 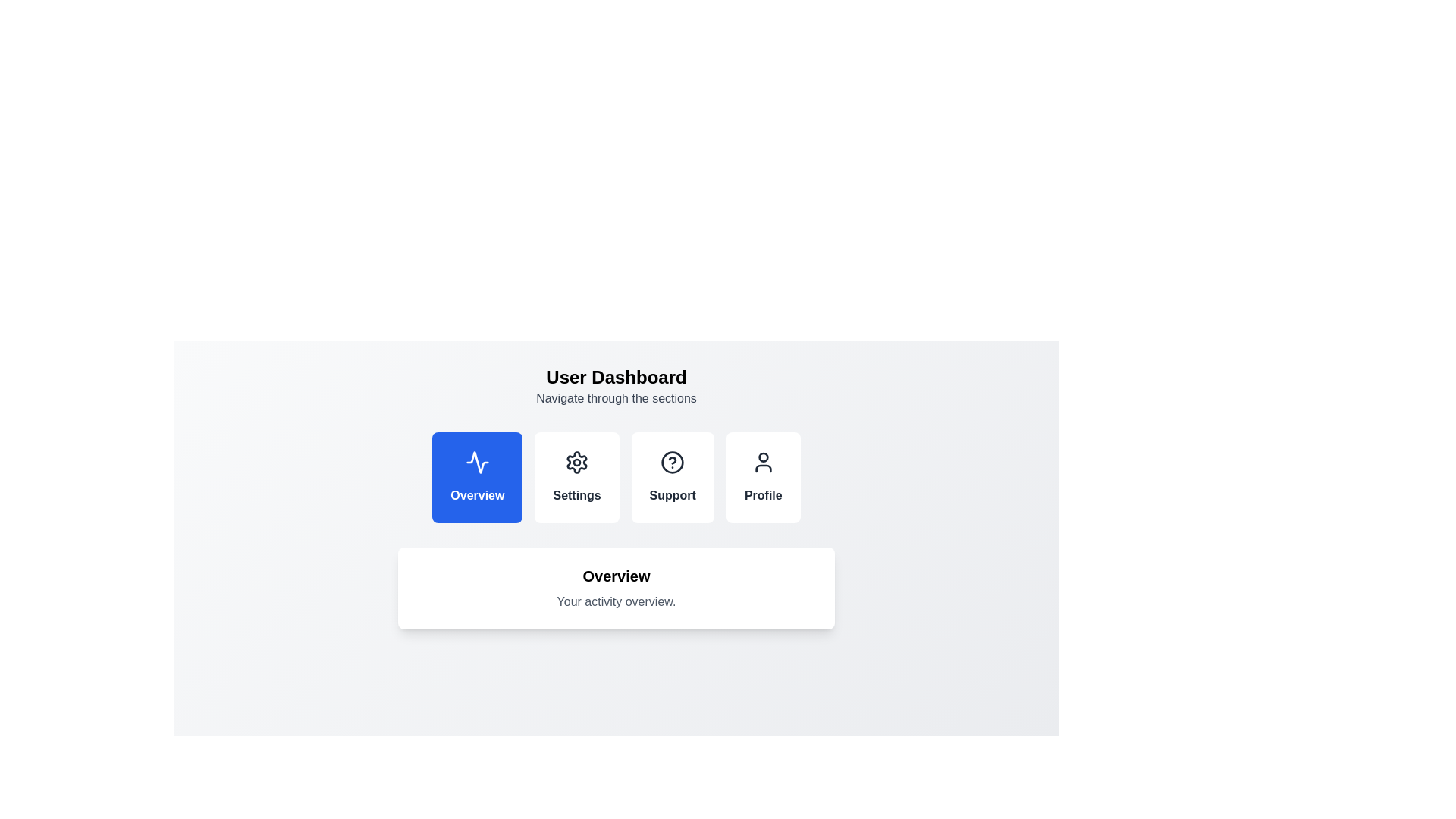 I want to click on the Text Card titled 'Overview' that contains the description 'Your activity overview', located in the User Dashboard section, so click(x=616, y=587).